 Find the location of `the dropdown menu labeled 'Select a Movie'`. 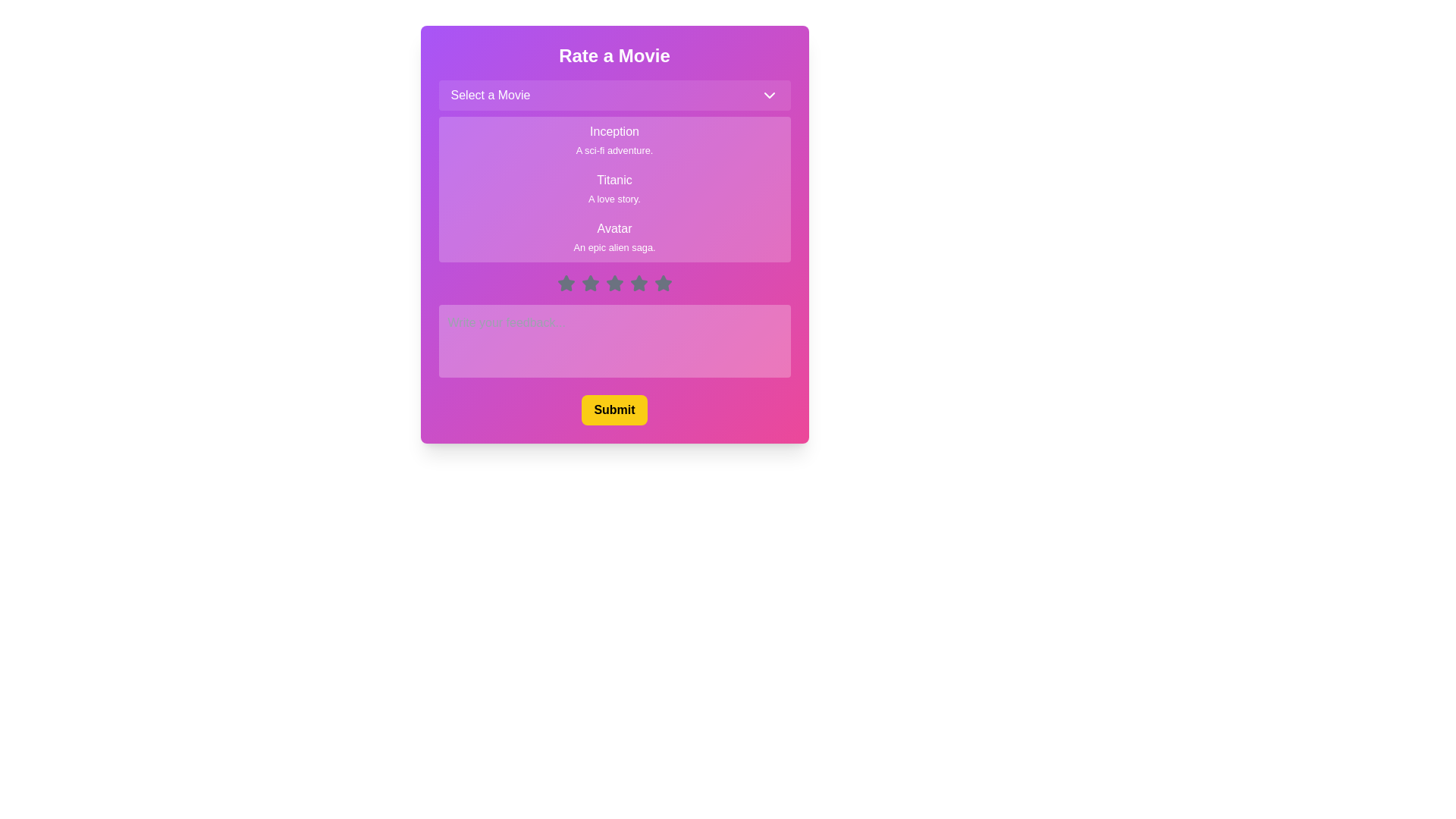

the dropdown menu labeled 'Select a Movie' is located at coordinates (614, 96).